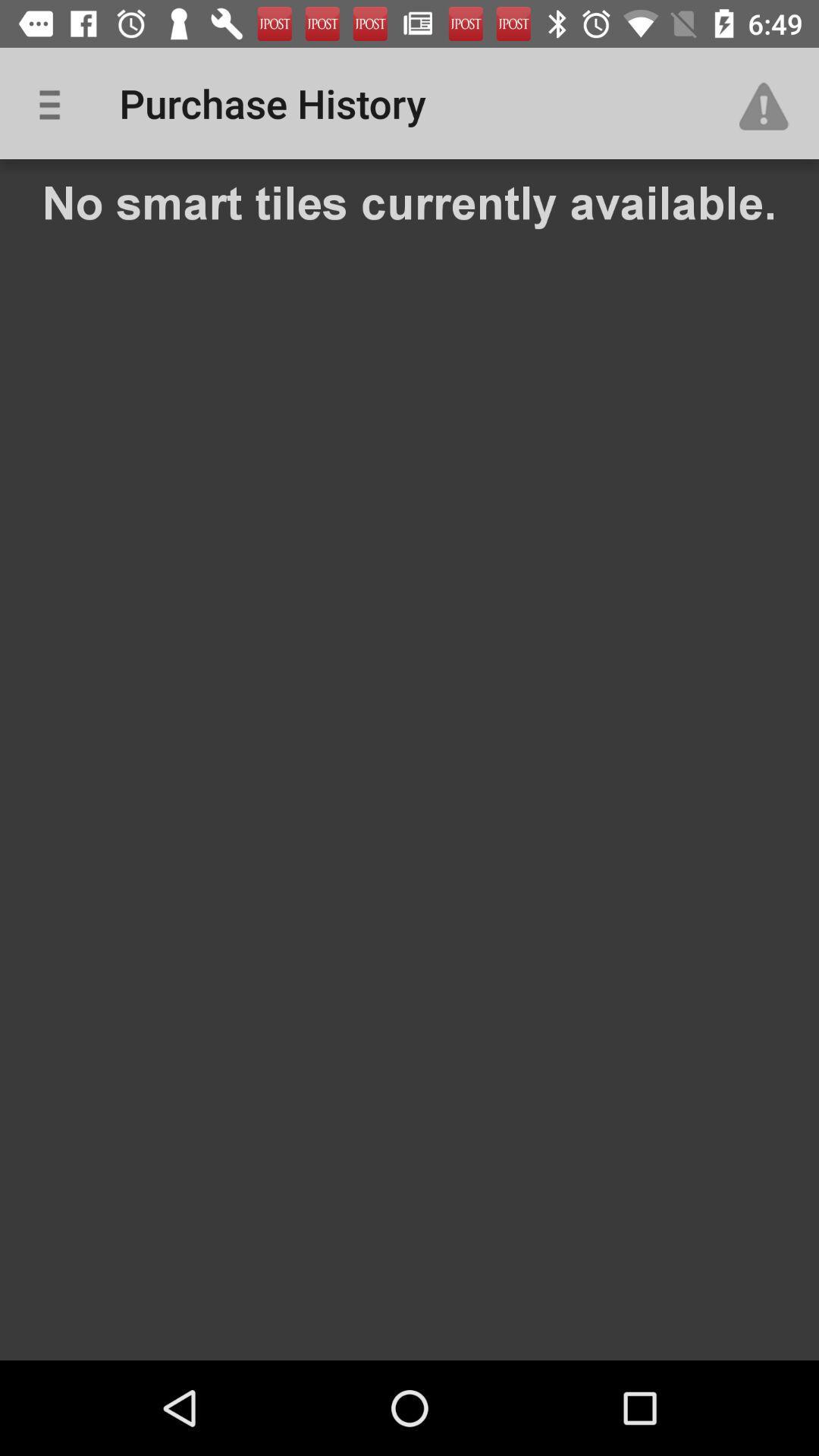 The width and height of the screenshot is (819, 1456). What do you see at coordinates (771, 102) in the screenshot?
I see `app to the right of the purchase history icon` at bounding box center [771, 102].